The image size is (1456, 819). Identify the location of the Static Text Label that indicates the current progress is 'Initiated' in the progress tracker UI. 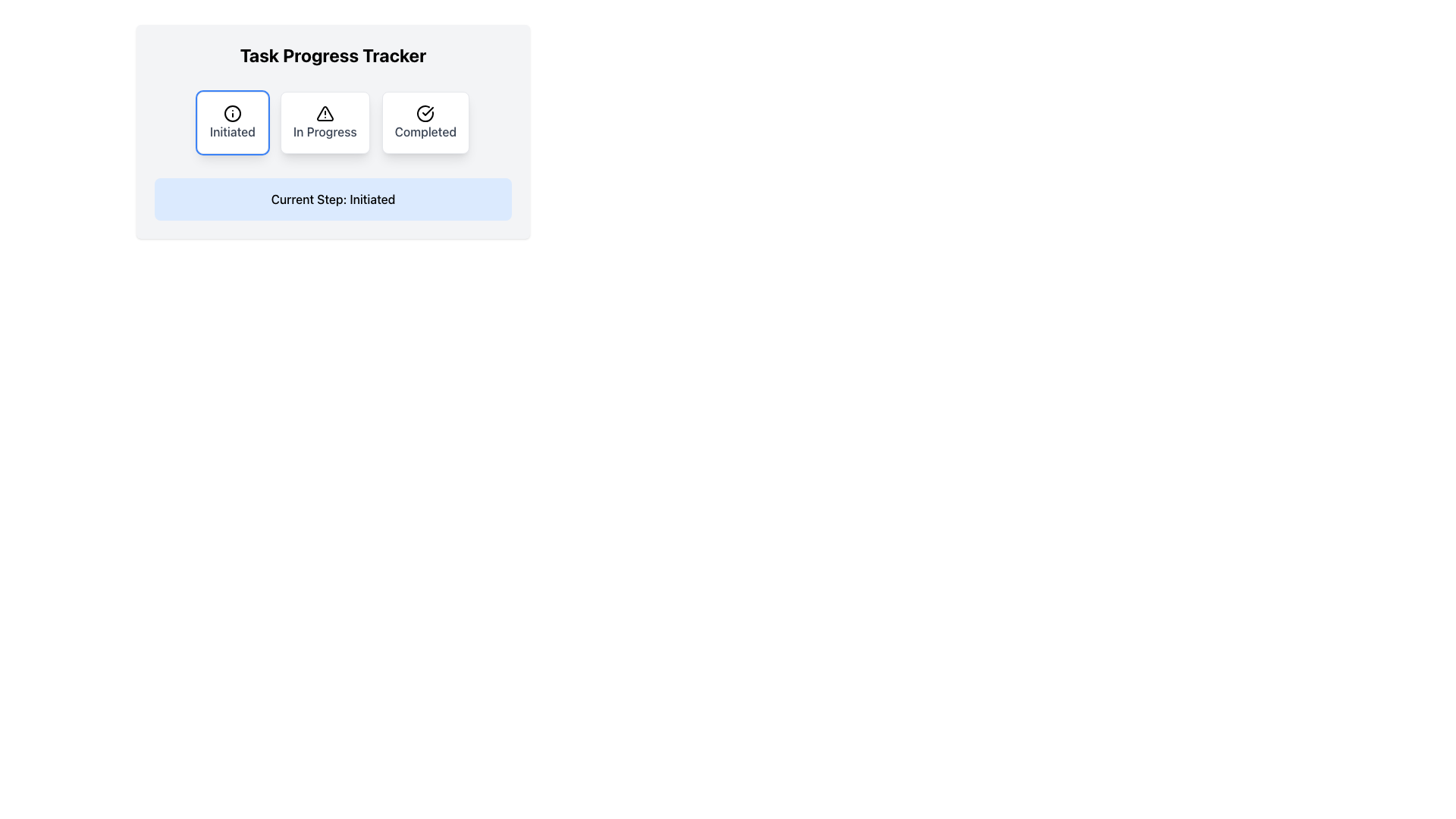
(332, 198).